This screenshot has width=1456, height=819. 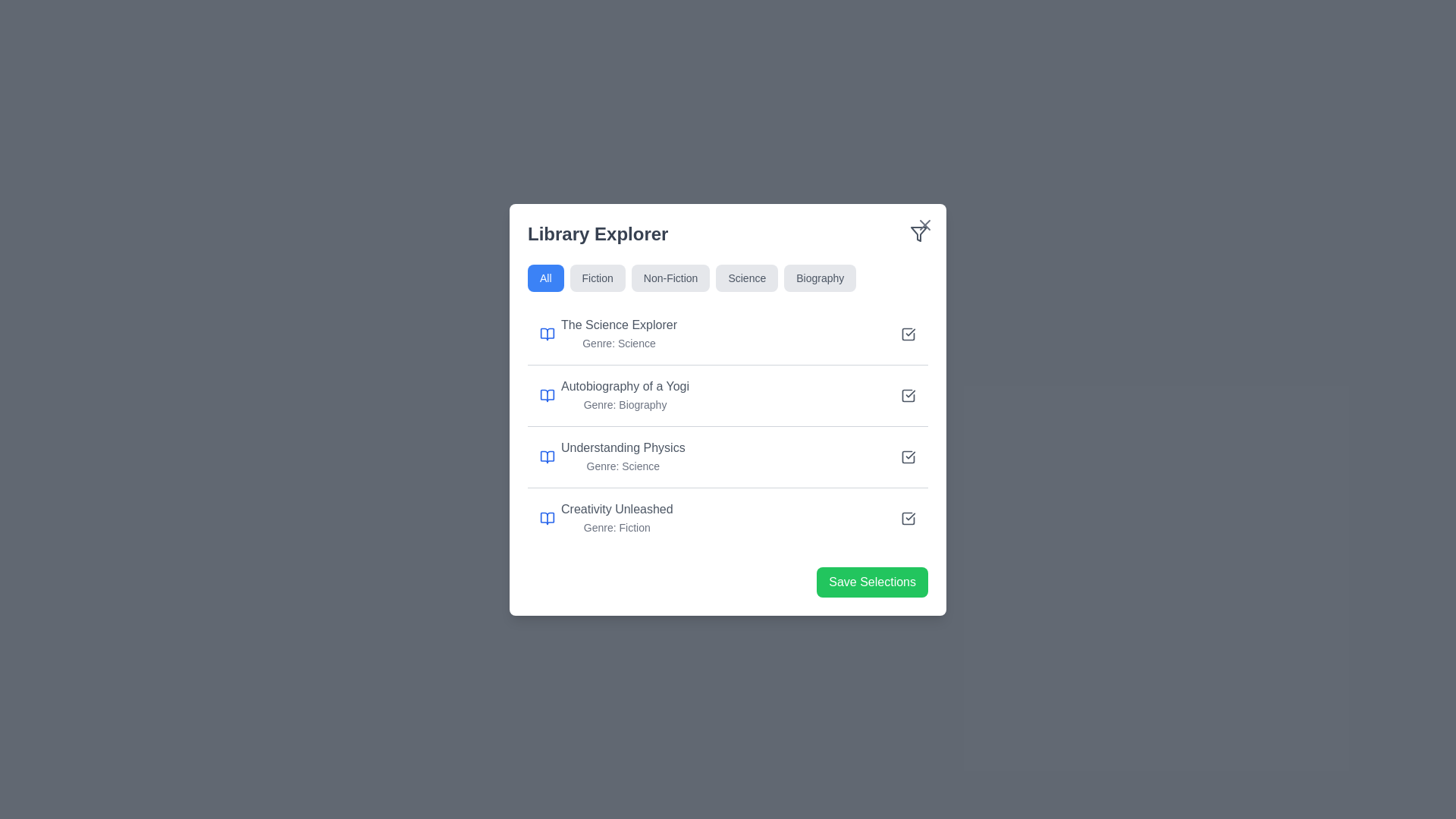 I want to click on the book icon with a clean outline and blue color, located on the far-left side of the first book entry titled 'The Science Explorer' in the 'Library Explorer' dialog, so click(x=546, y=333).